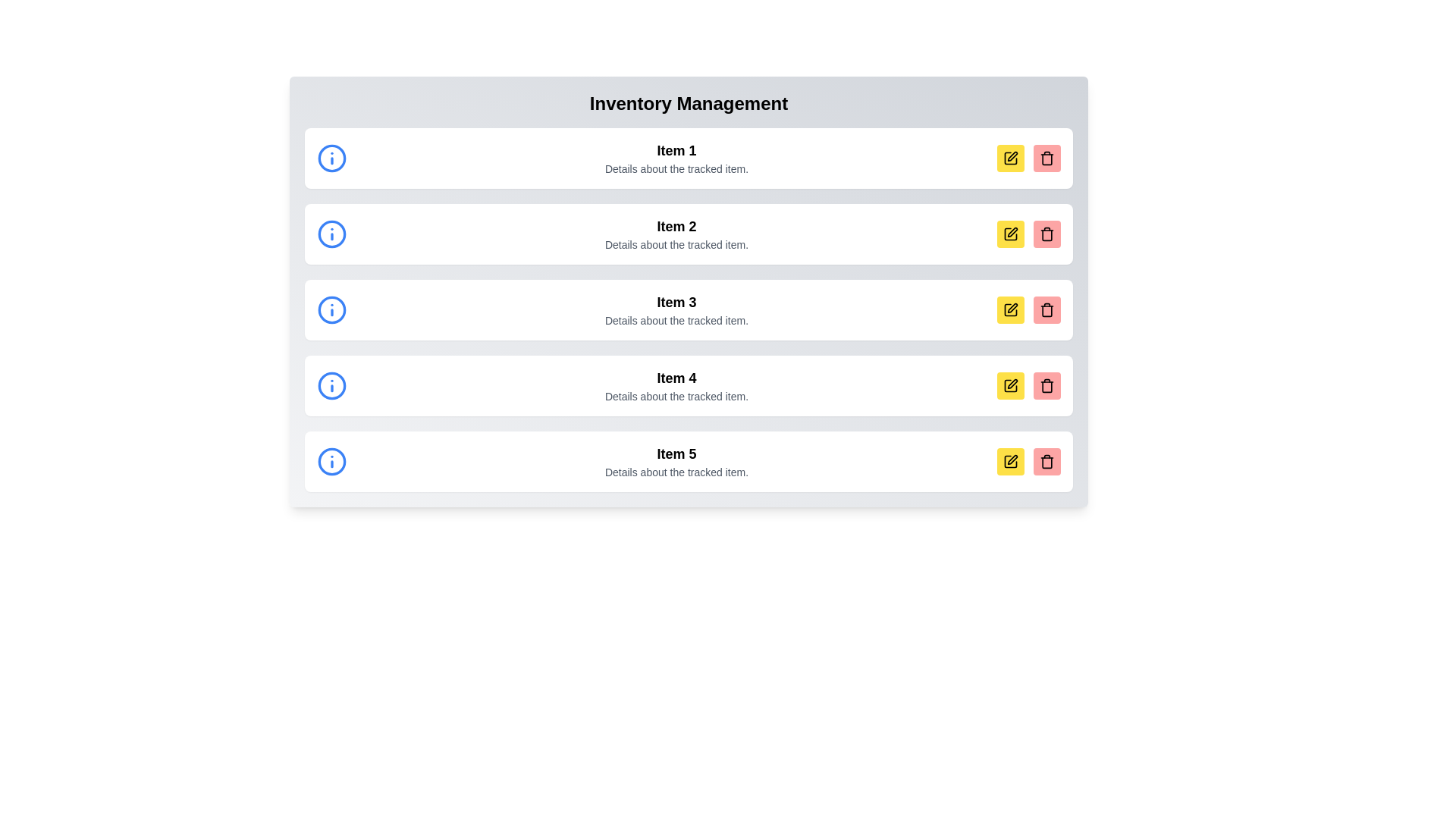 This screenshot has height=819, width=1456. Describe the element at coordinates (1011, 158) in the screenshot. I see `the edit button located on the right-hand side of the inventory management options, which is the first button in a group preceding a red trash icon` at that location.